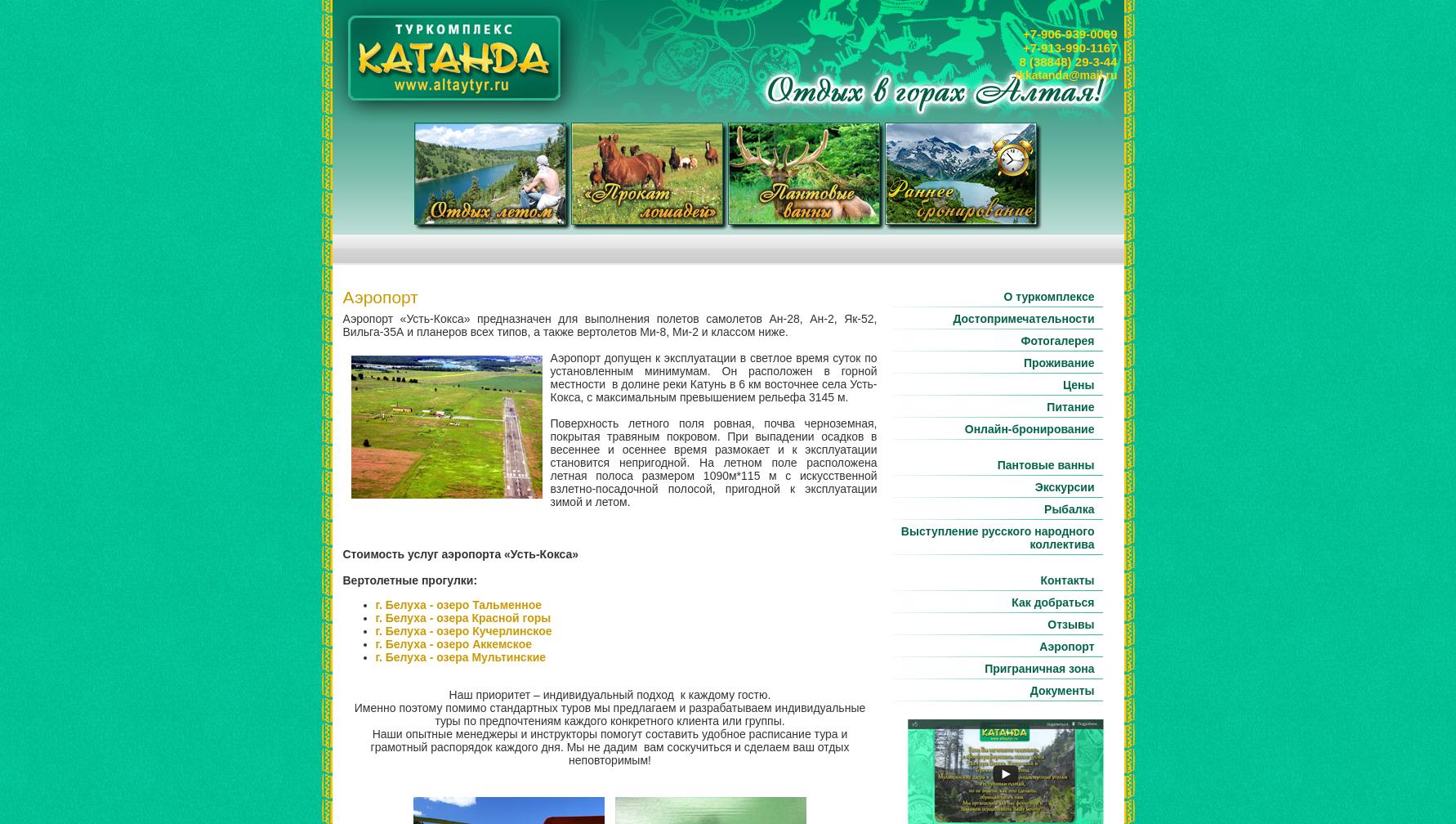 The image size is (1456, 824). Describe the element at coordinates (1070, 47) in the screenshot. I see `'+7-913-990-1167'` at that location.